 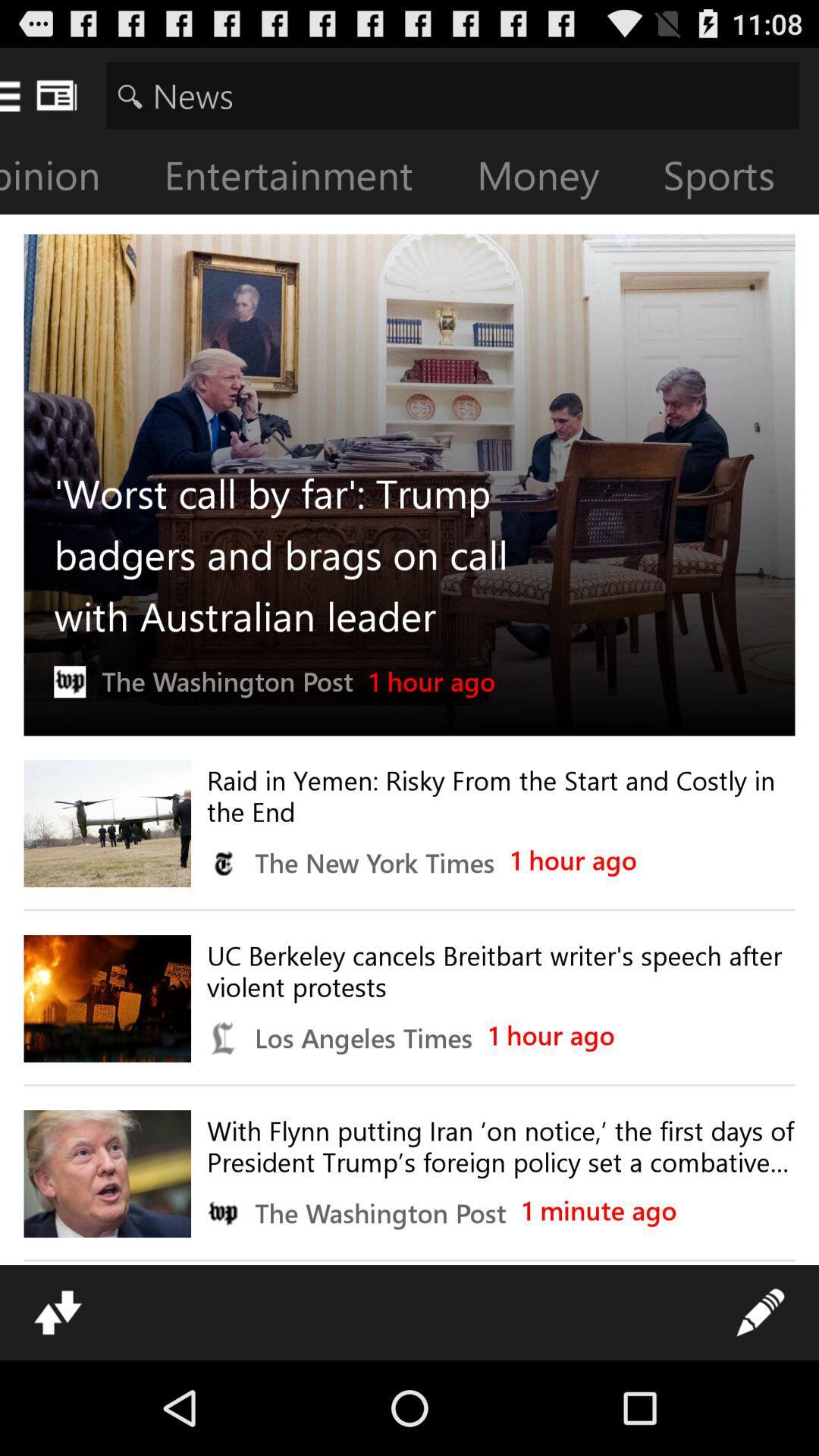 I want to click on the sports, so click(x=730, y=178).